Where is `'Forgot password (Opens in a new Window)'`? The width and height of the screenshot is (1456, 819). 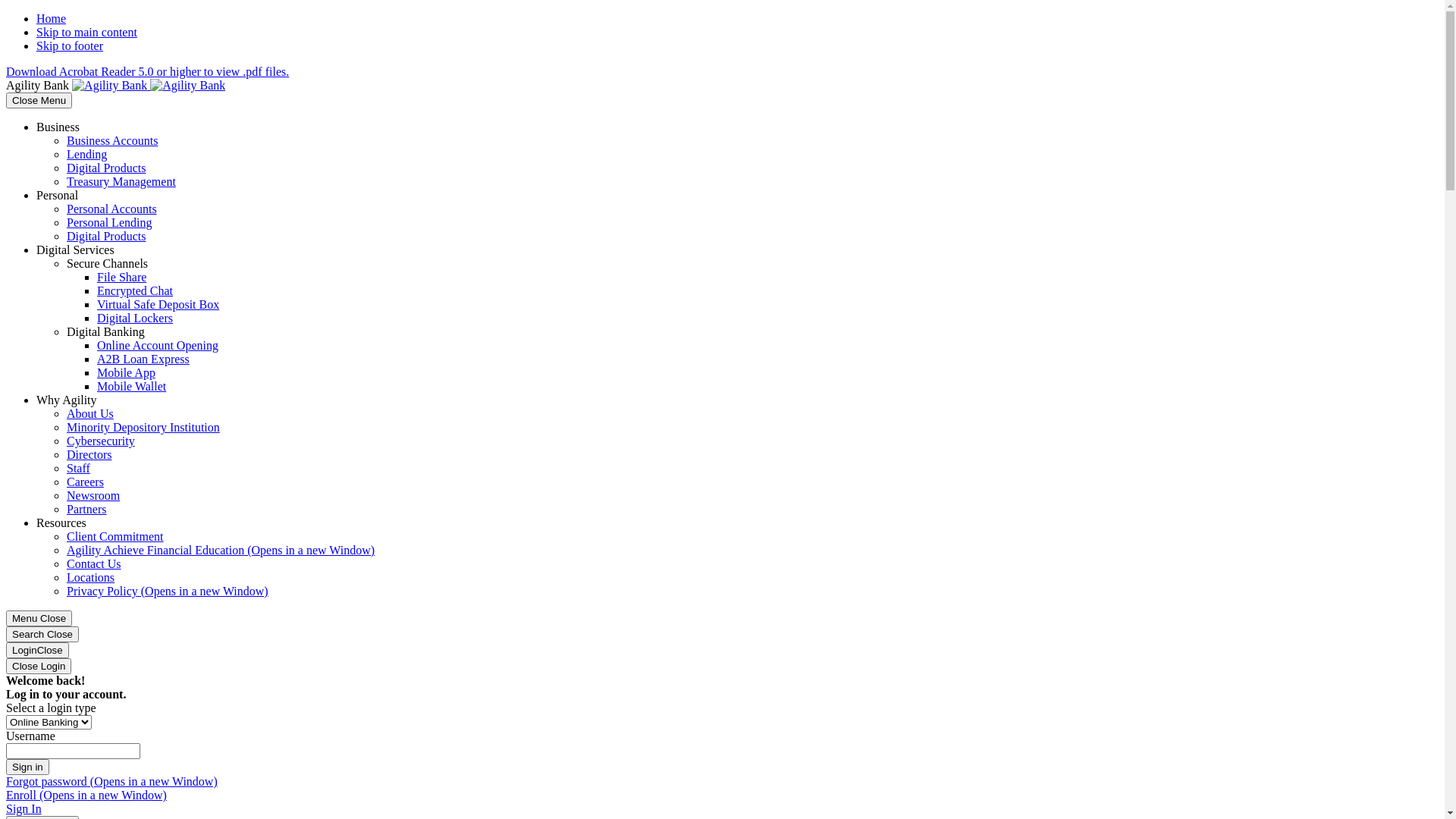
'Forgot password (Opens in a new Window)' is located at coordinates (111, 781).